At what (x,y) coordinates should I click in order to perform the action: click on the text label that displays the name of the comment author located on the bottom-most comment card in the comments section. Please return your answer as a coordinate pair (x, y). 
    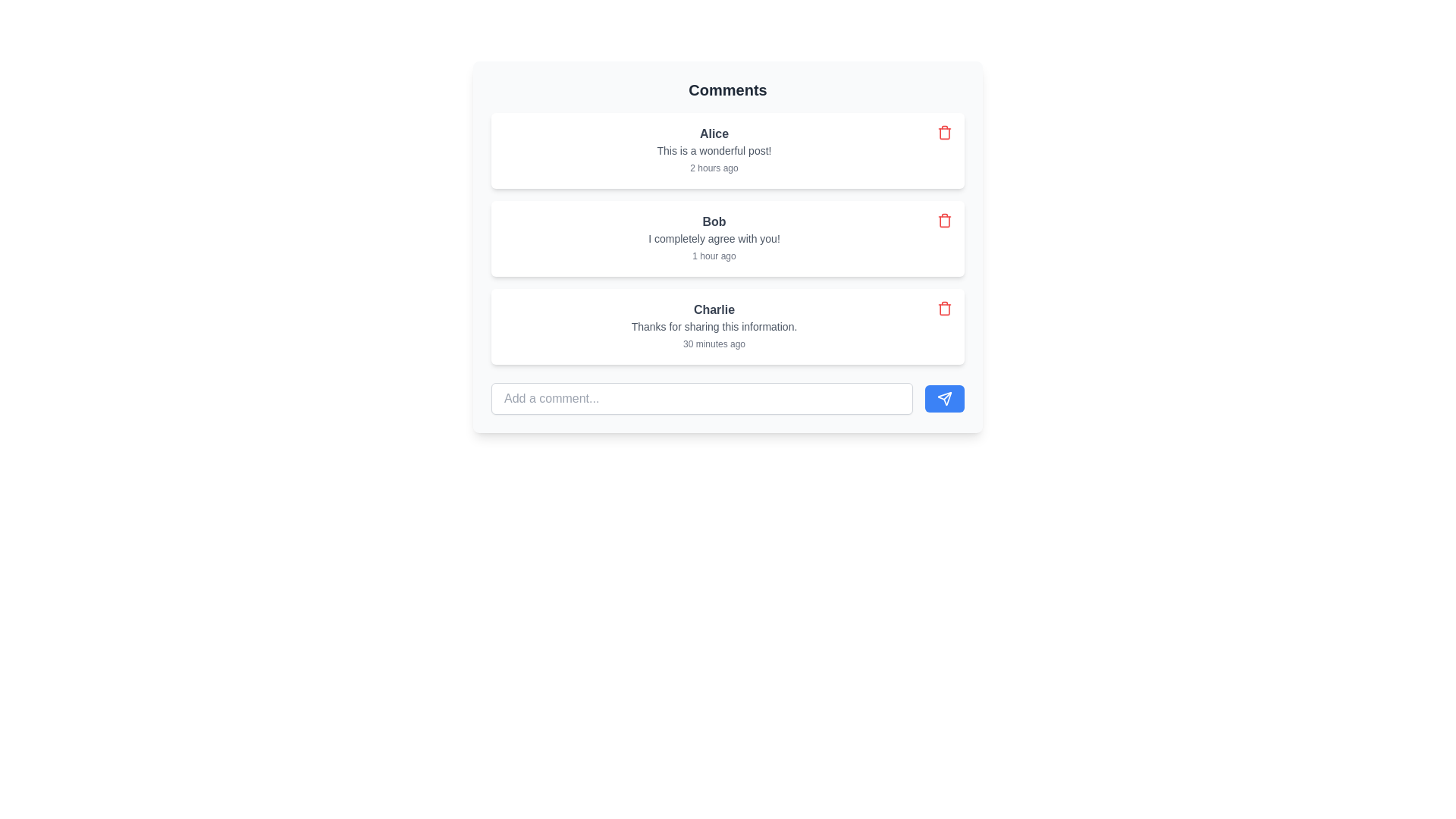
    Looking at the image, I should click on (713, 309).